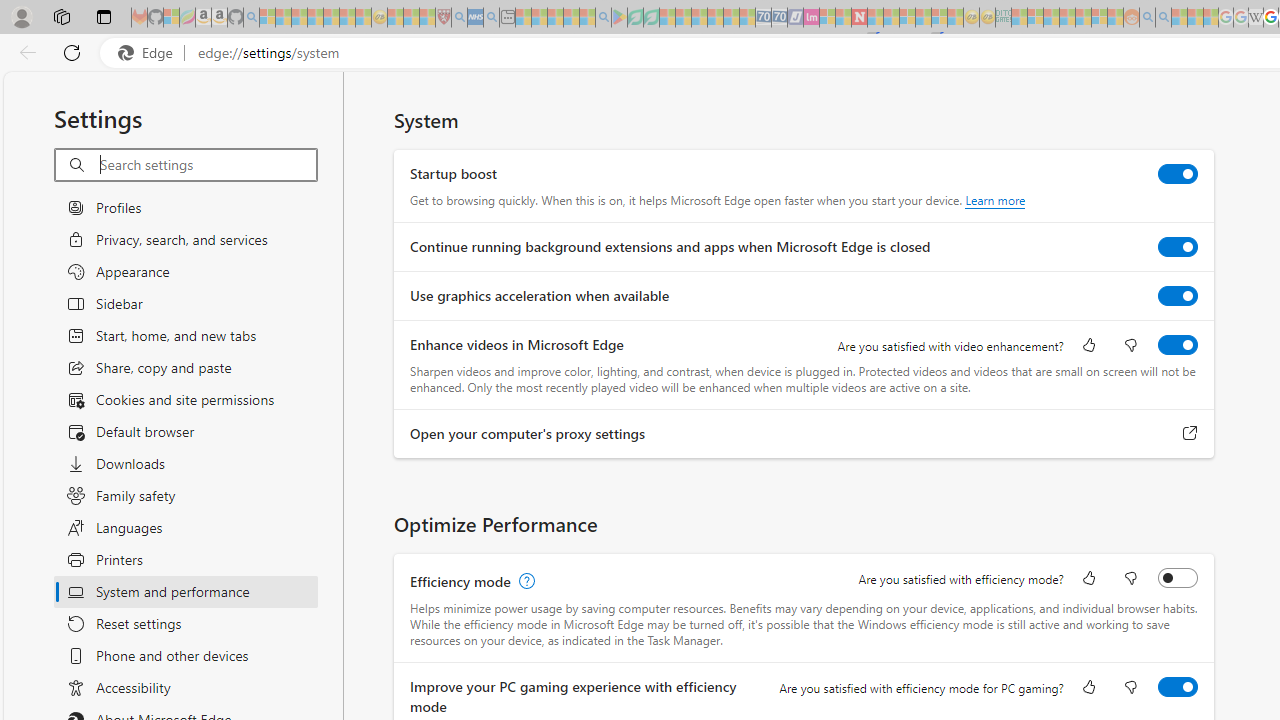  Describe the element at coordinates (1178, 173) in the screenshot. I see `'Startup boost'` at that location.